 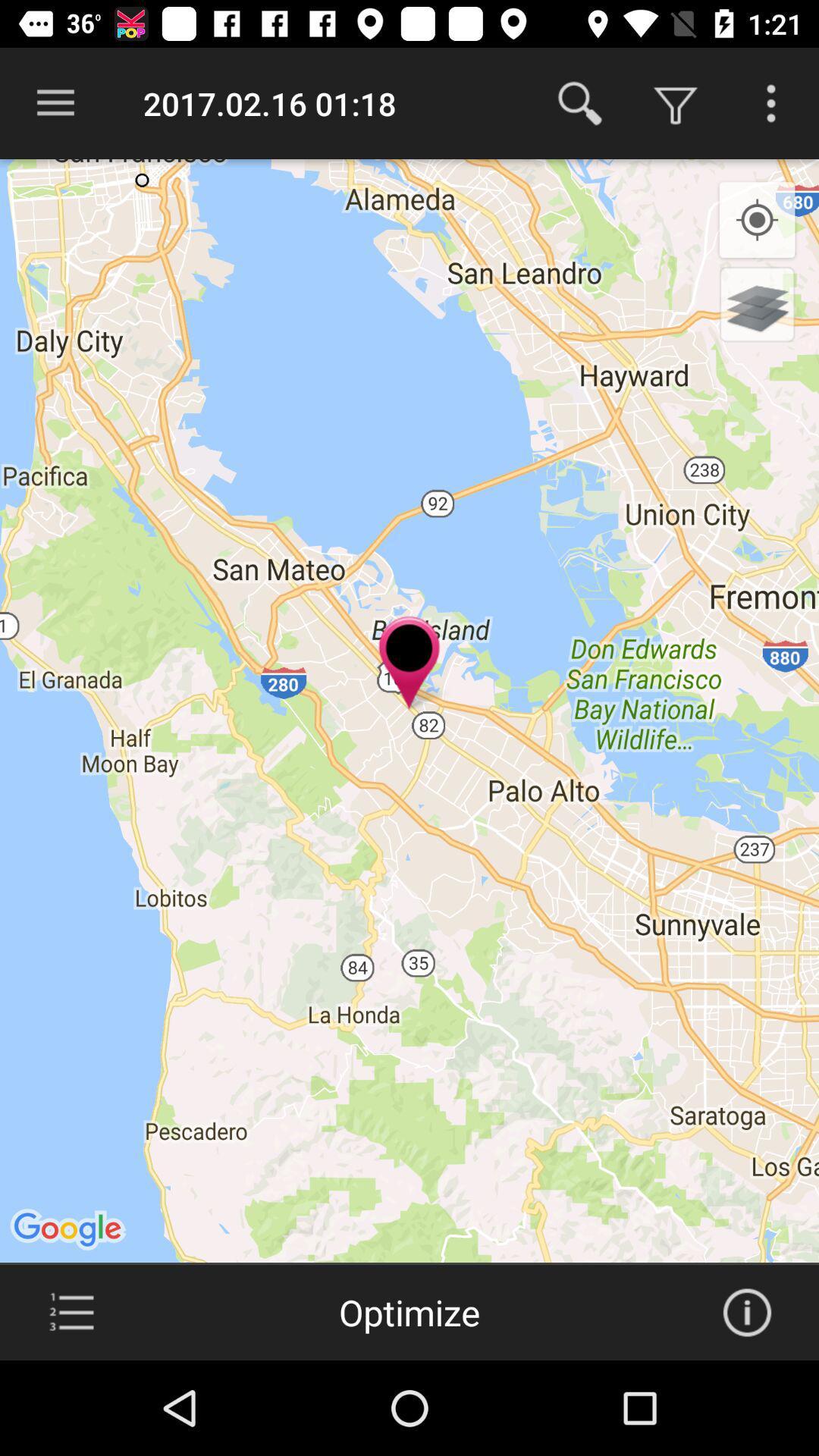 What do you see at coordinates (771, 102) in the screenshot?
I see `more options` at bounding box center [771, 102].